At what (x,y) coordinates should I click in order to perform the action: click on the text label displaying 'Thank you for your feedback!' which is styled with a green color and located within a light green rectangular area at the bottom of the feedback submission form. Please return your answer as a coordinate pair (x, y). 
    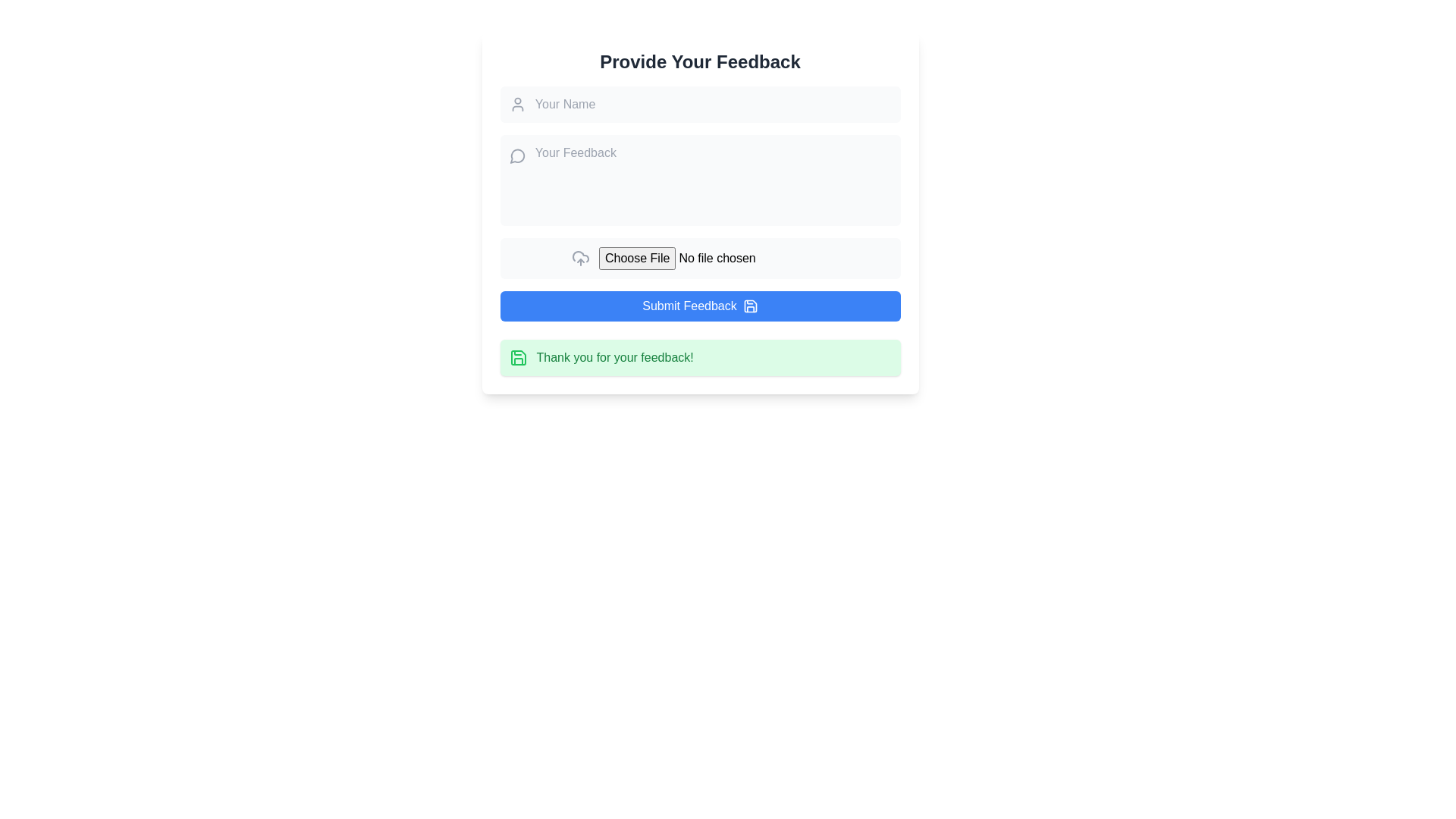
    Looking at the image, I should click on (615, 357).